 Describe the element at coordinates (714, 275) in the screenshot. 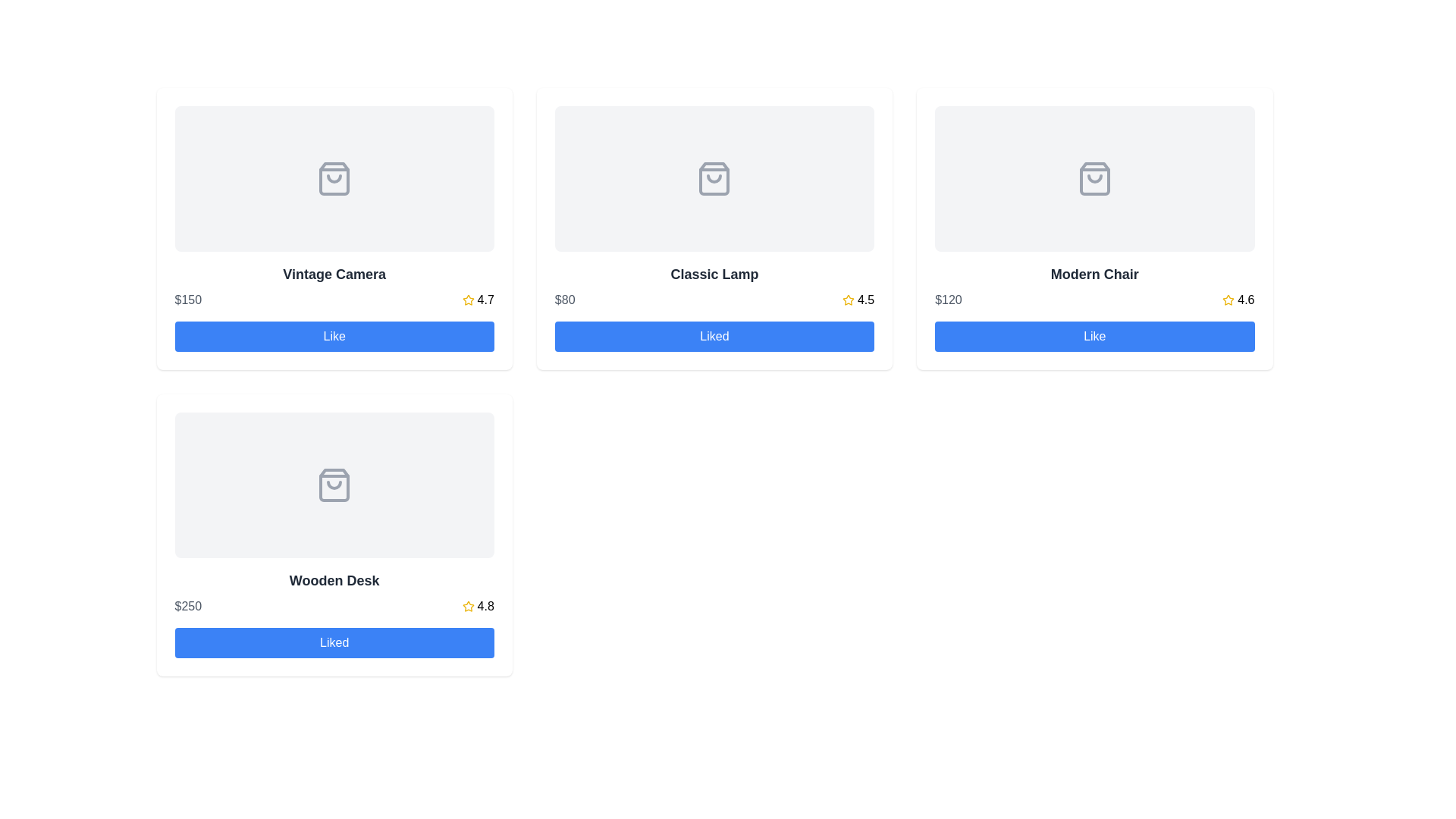

I see `text 'Classic Lamp' which is displayed in a large, bold font and dark gray color, centered within a card component above the '$80' price text` at that location.